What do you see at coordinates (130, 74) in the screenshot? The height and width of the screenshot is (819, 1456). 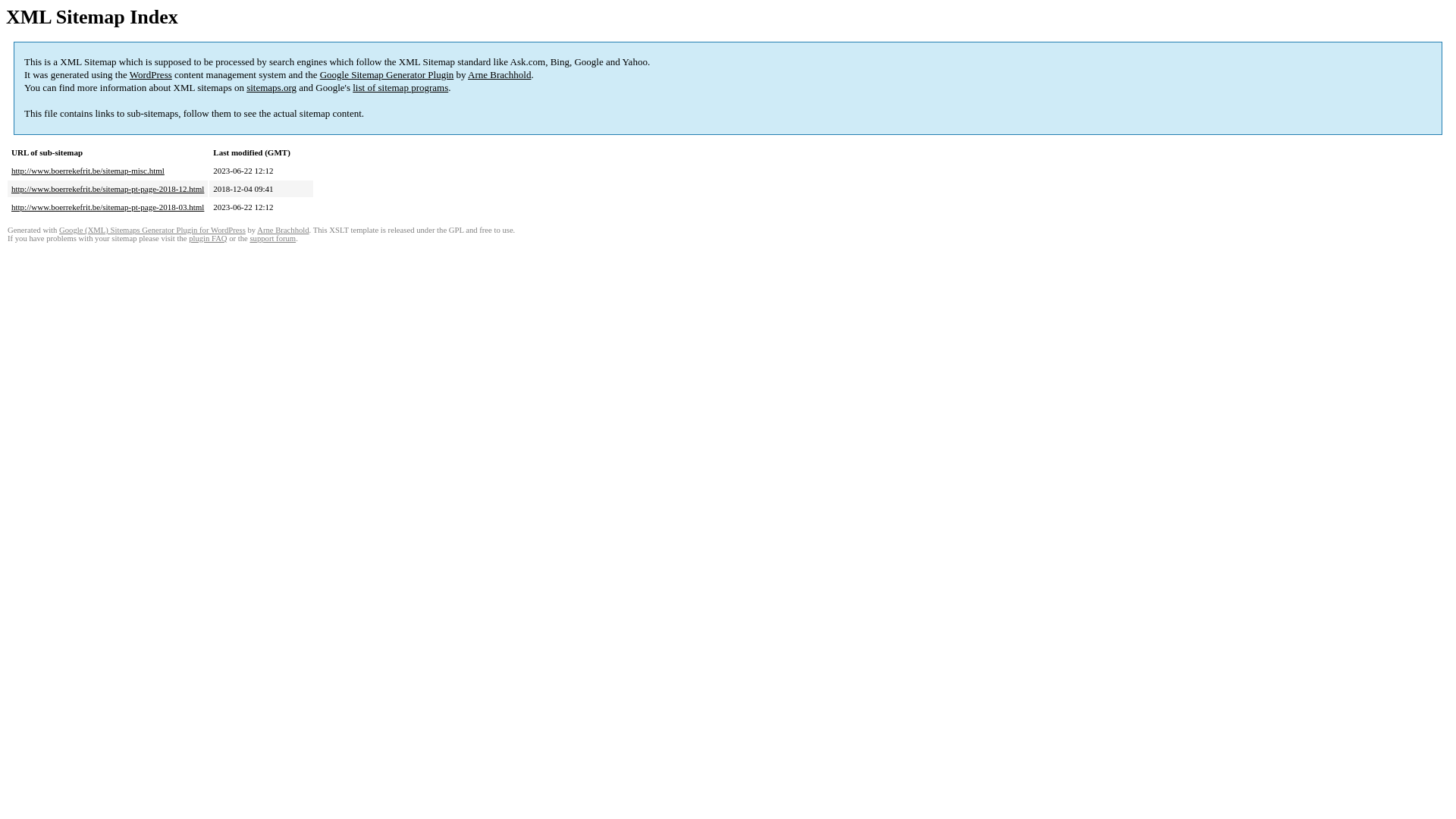 I see `'WordPress'` at bounding box center [130, 74].